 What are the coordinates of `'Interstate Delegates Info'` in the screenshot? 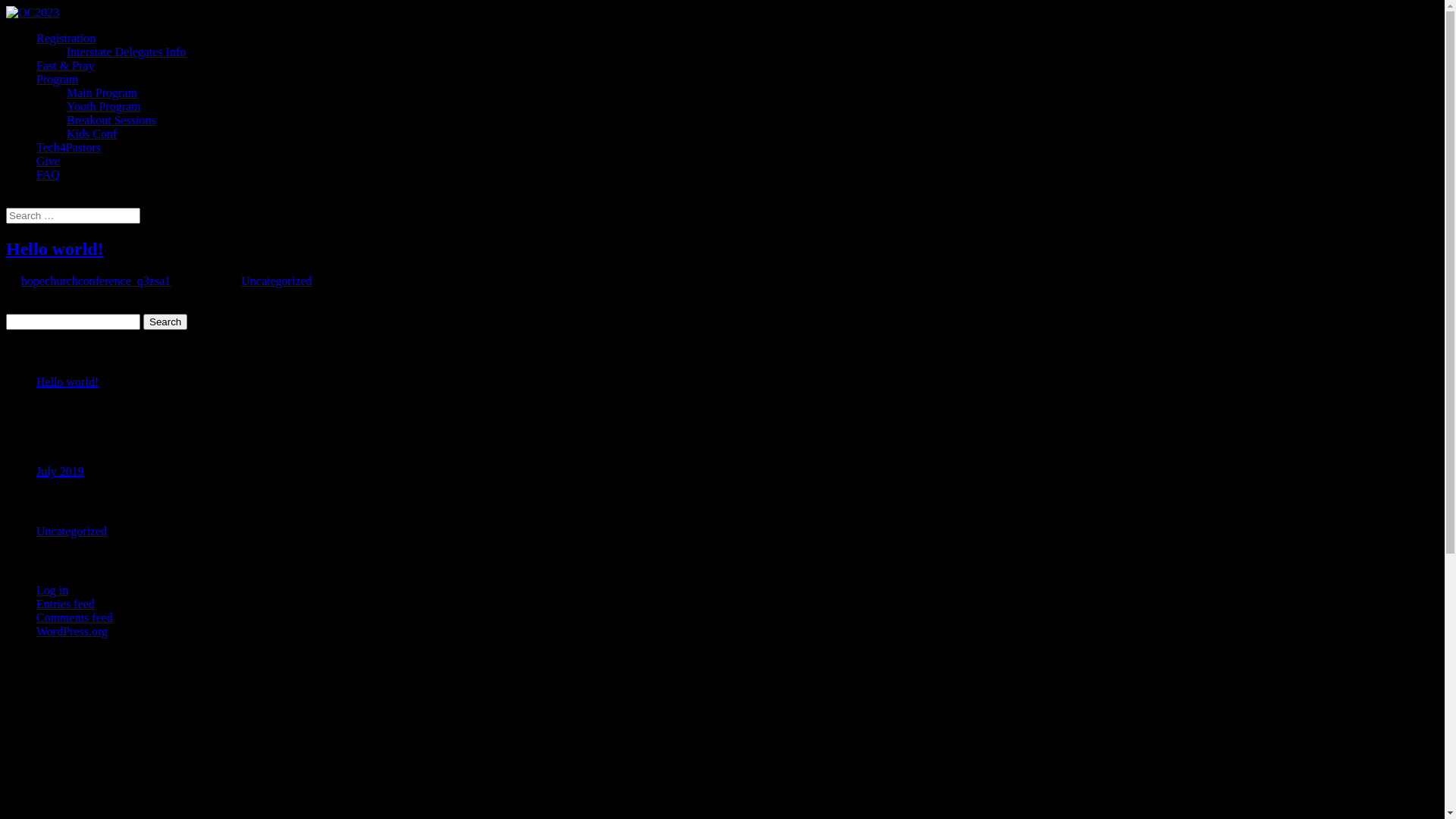 It's located at (126, 51).